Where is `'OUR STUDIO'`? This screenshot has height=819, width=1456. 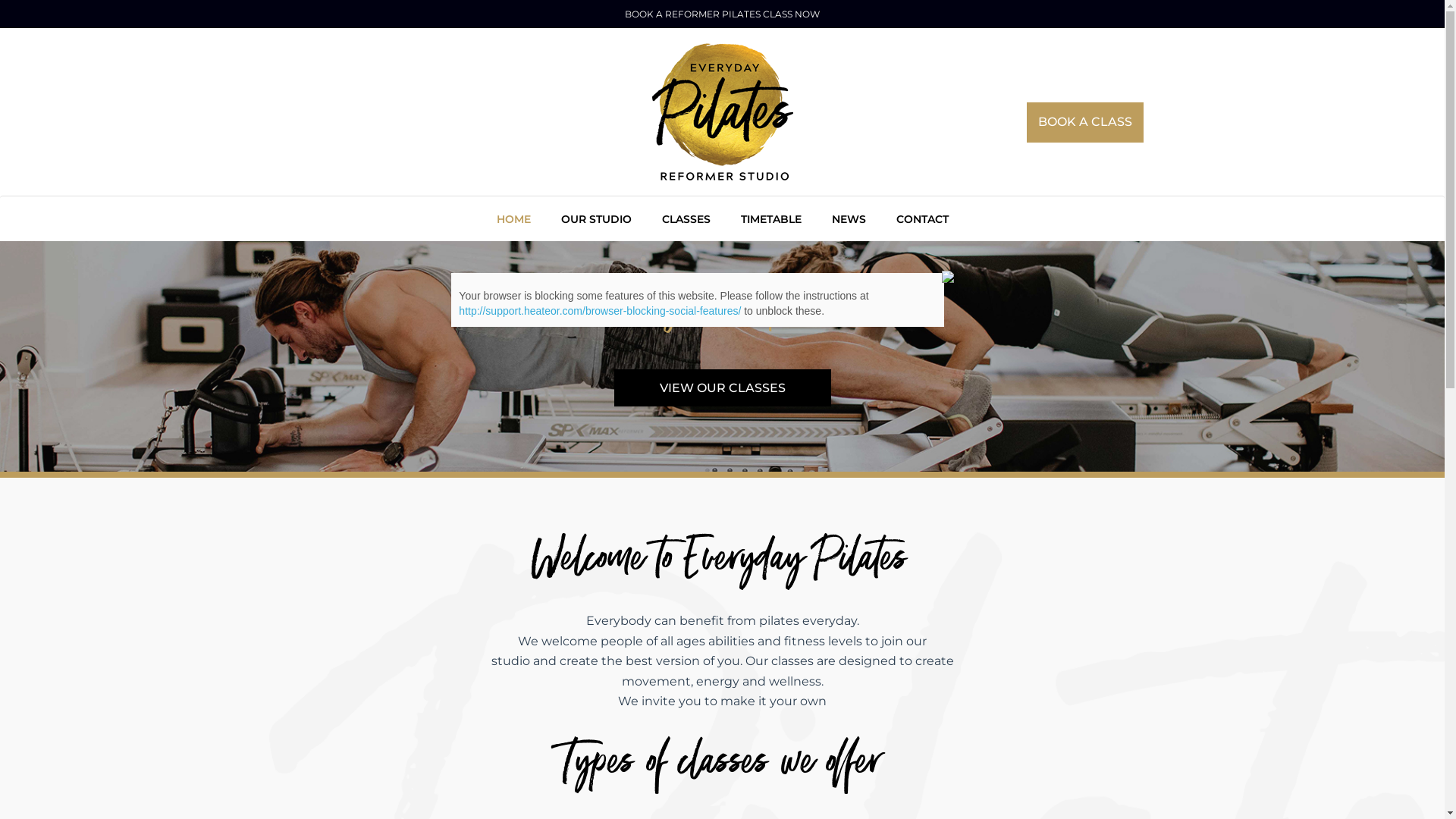 'OUR STUDIO' is located at coordinates (595, 216).